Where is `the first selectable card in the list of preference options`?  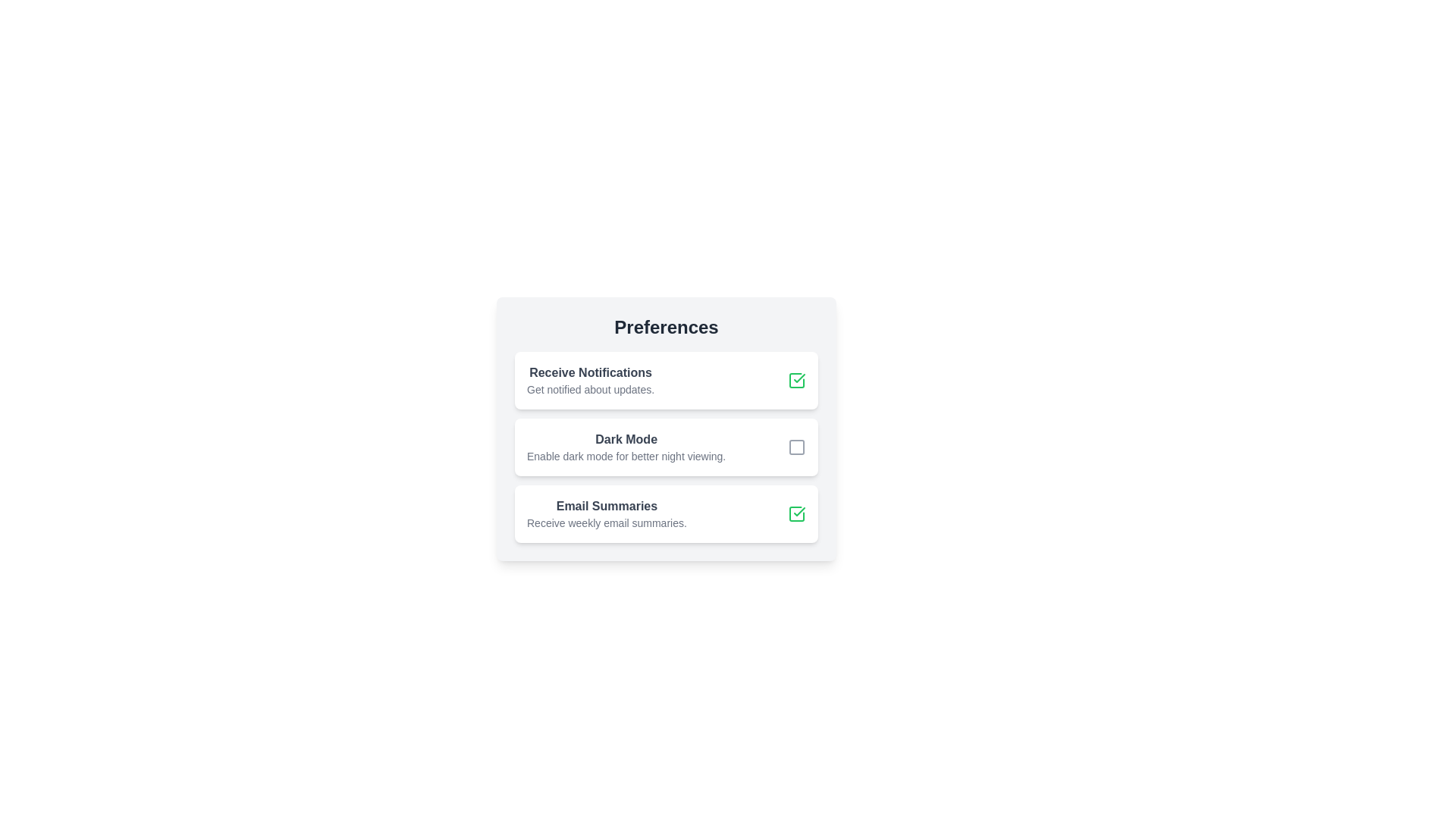
the first selectable card in the list of preference options is located at coordinates (666, 379).